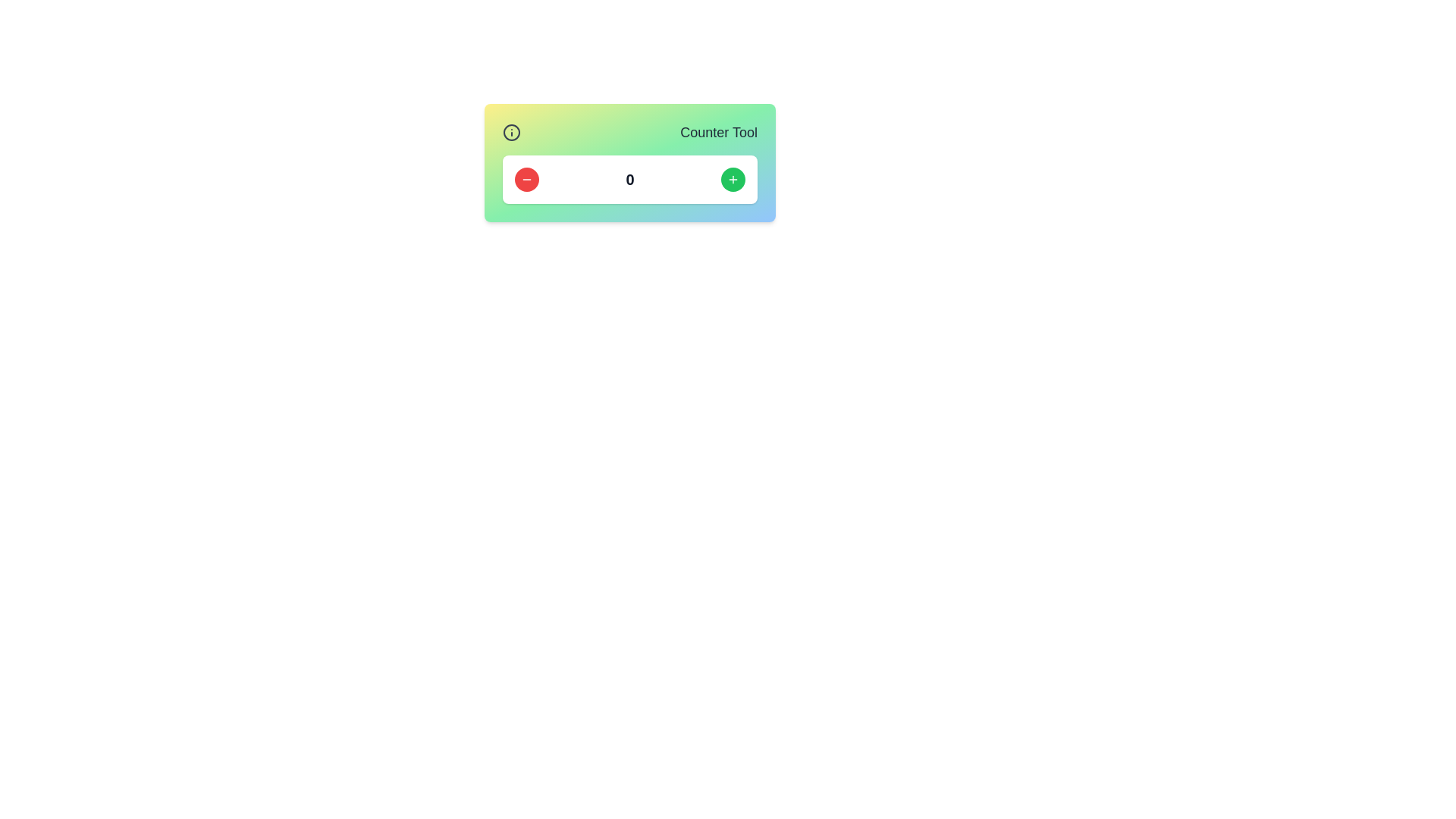  I want to click on the outer circle of the information icon located in the upper left corner of the 'Counter Tool' interface, so click(512, 131).